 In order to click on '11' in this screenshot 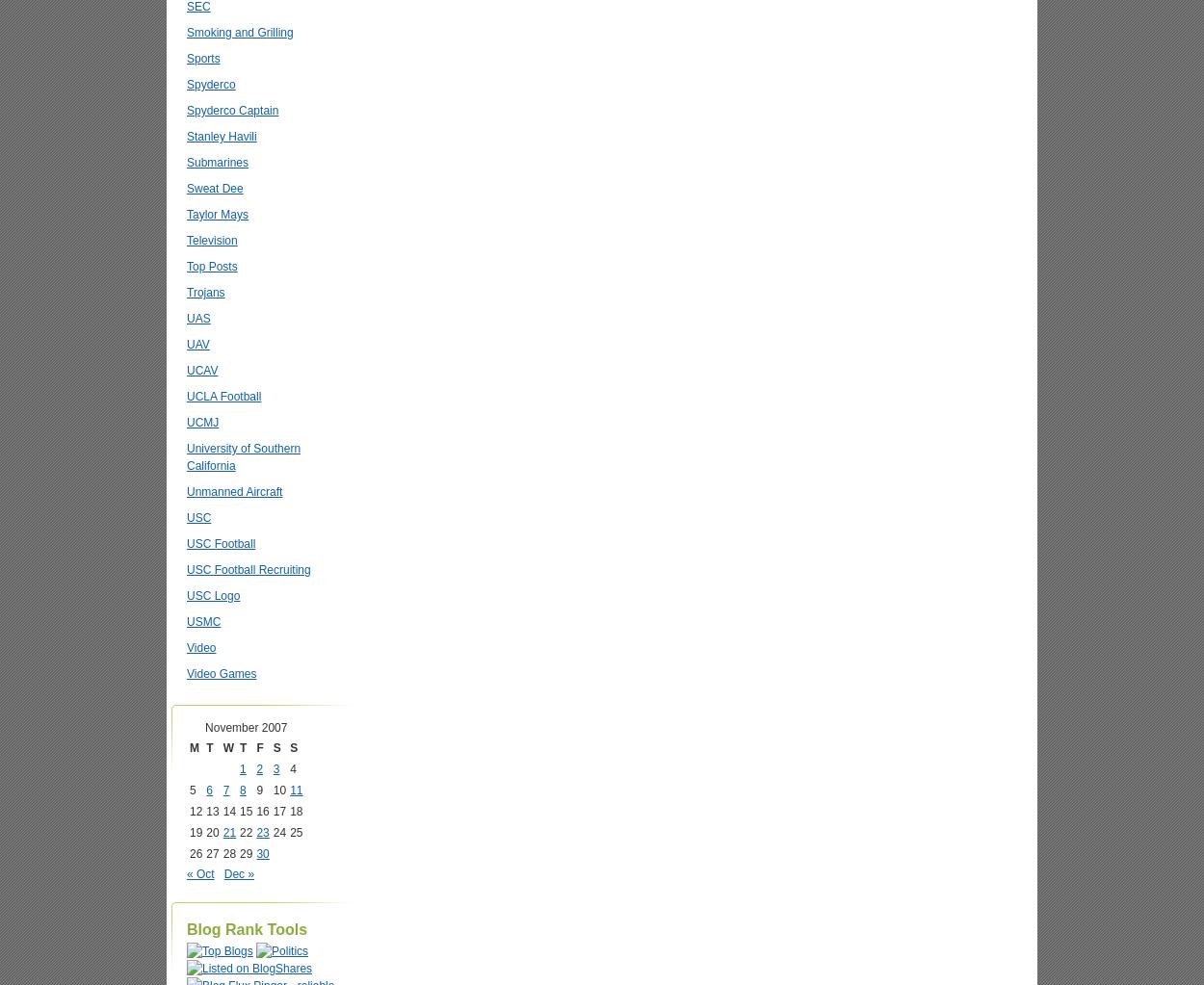, I will do `click(290, 790)`.